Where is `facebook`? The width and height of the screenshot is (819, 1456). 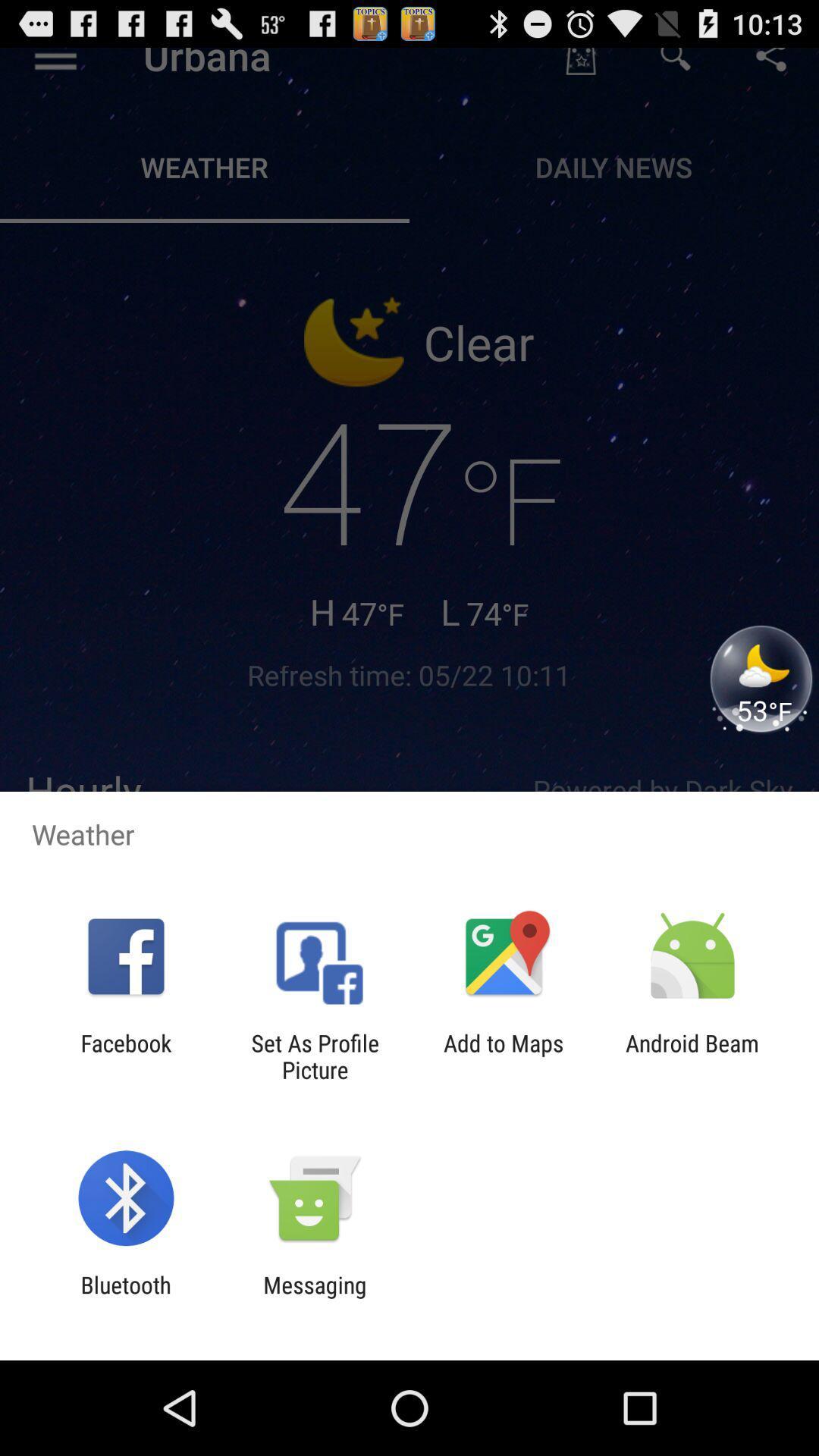
facebook is located at coordinates (125, 1056).